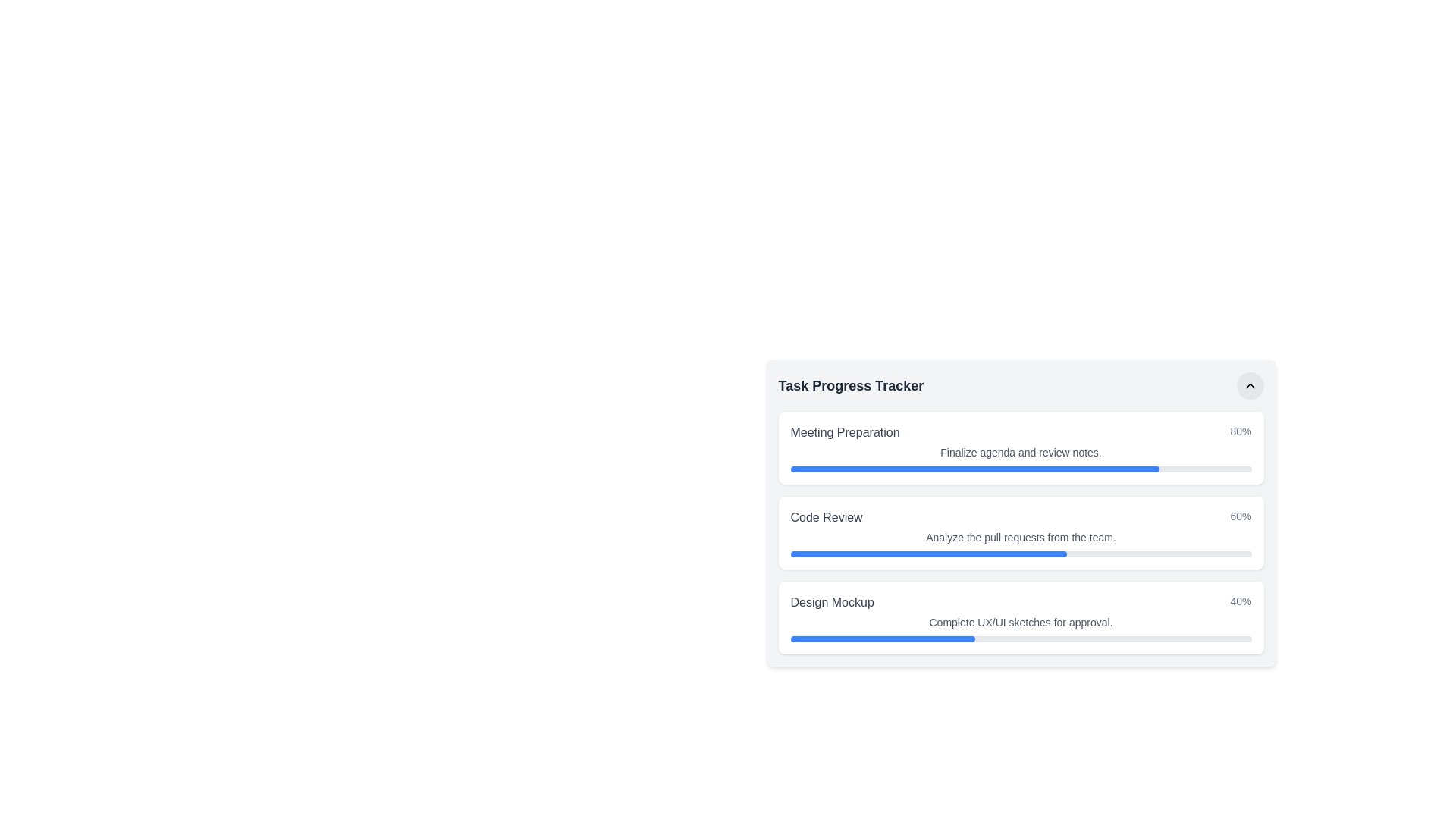 This screenshot has height=819, width=1456. What do you see at coordinates (1021, 447) in the screenshot?
I see `the first task card in the 'Task Progress Tracker'` at bounding box center [1021, 447].